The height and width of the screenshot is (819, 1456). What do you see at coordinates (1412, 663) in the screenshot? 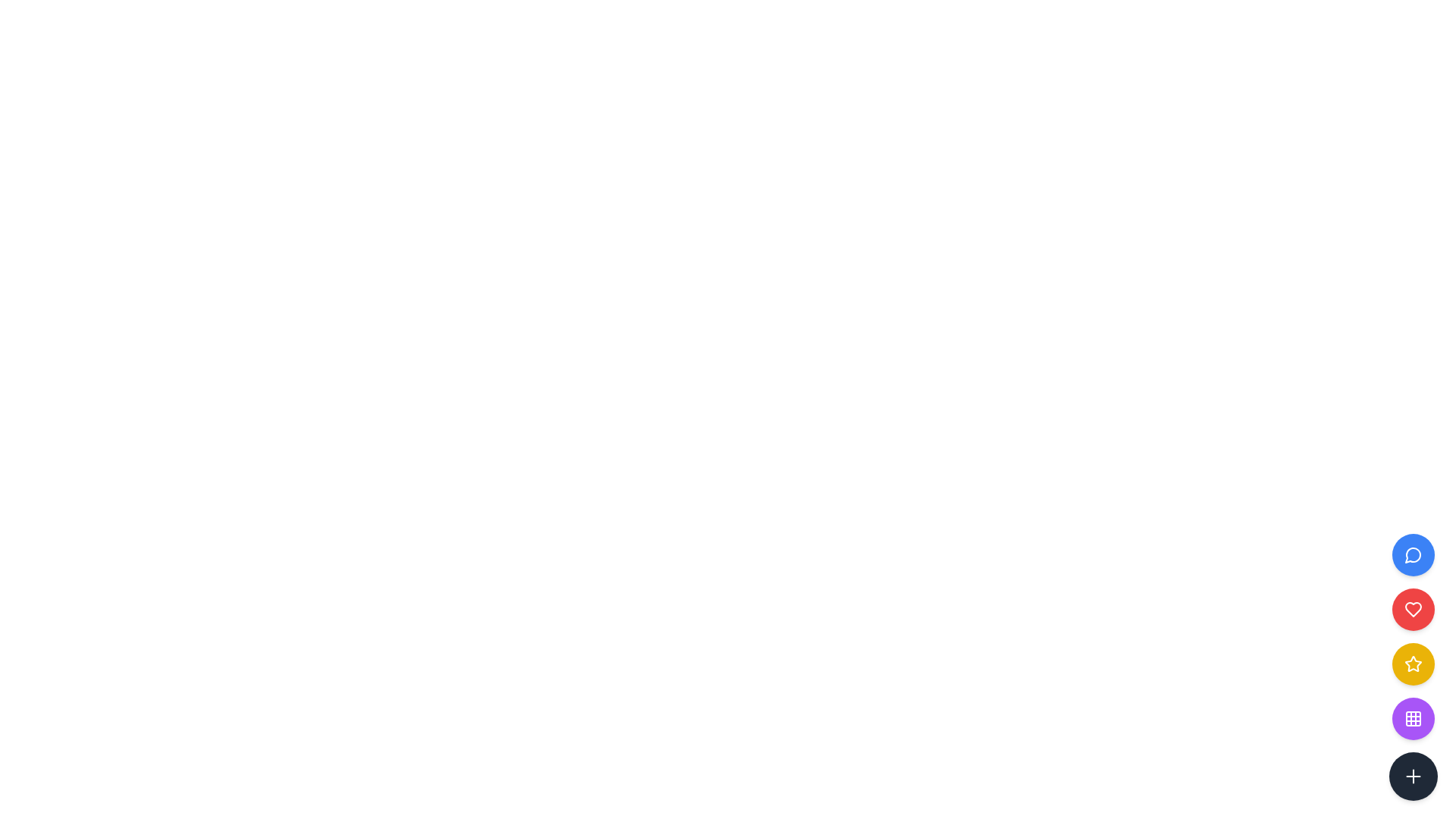
I see `the star-shaped icon button with a yellow background, which is located third from the top in a vertical row of icons on the right side of the interface` at bounding box center [1412, 663].